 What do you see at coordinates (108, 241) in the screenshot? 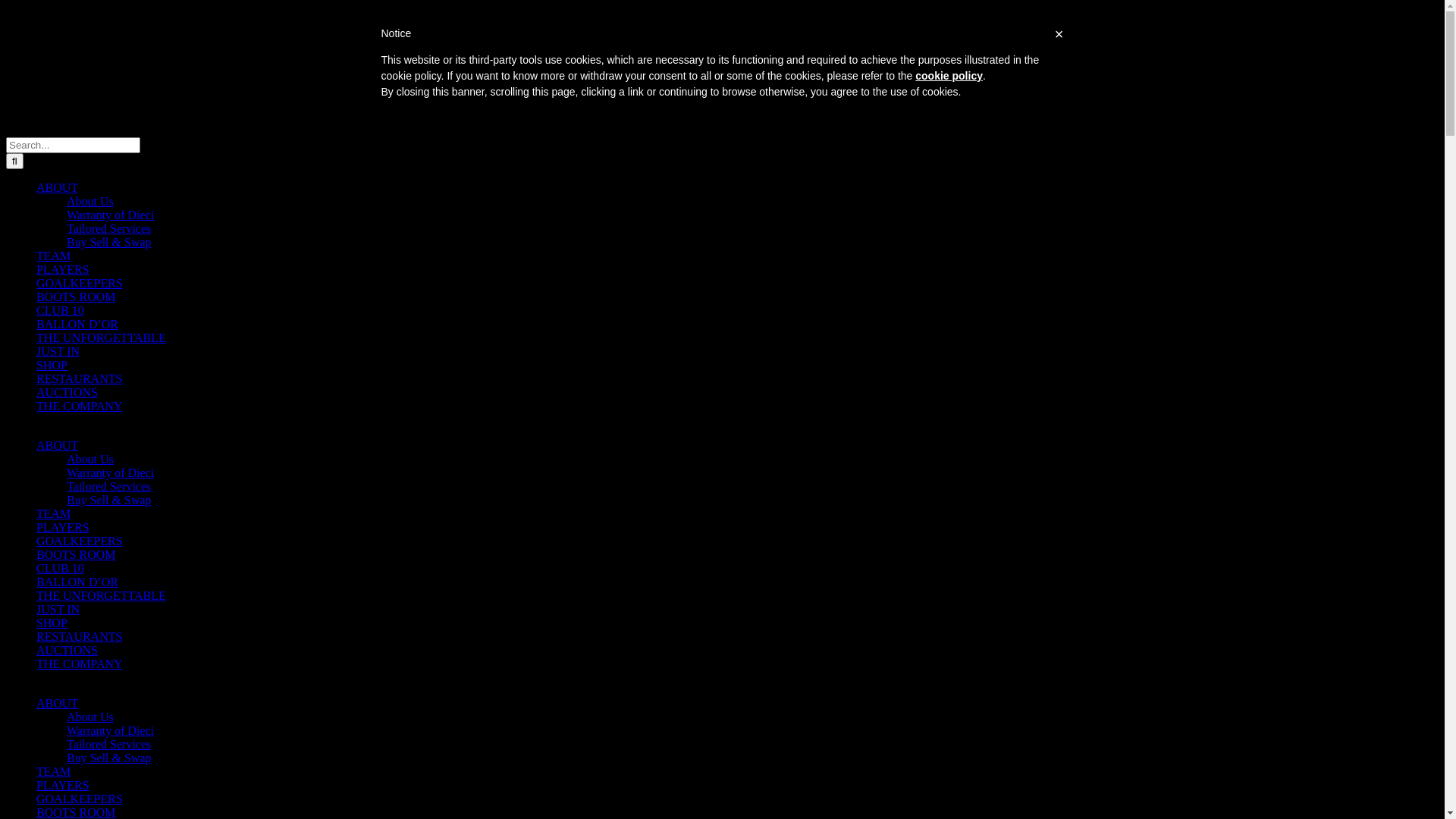
I see `'Buy Sell & Swap'` at bounding box center [108, 241].